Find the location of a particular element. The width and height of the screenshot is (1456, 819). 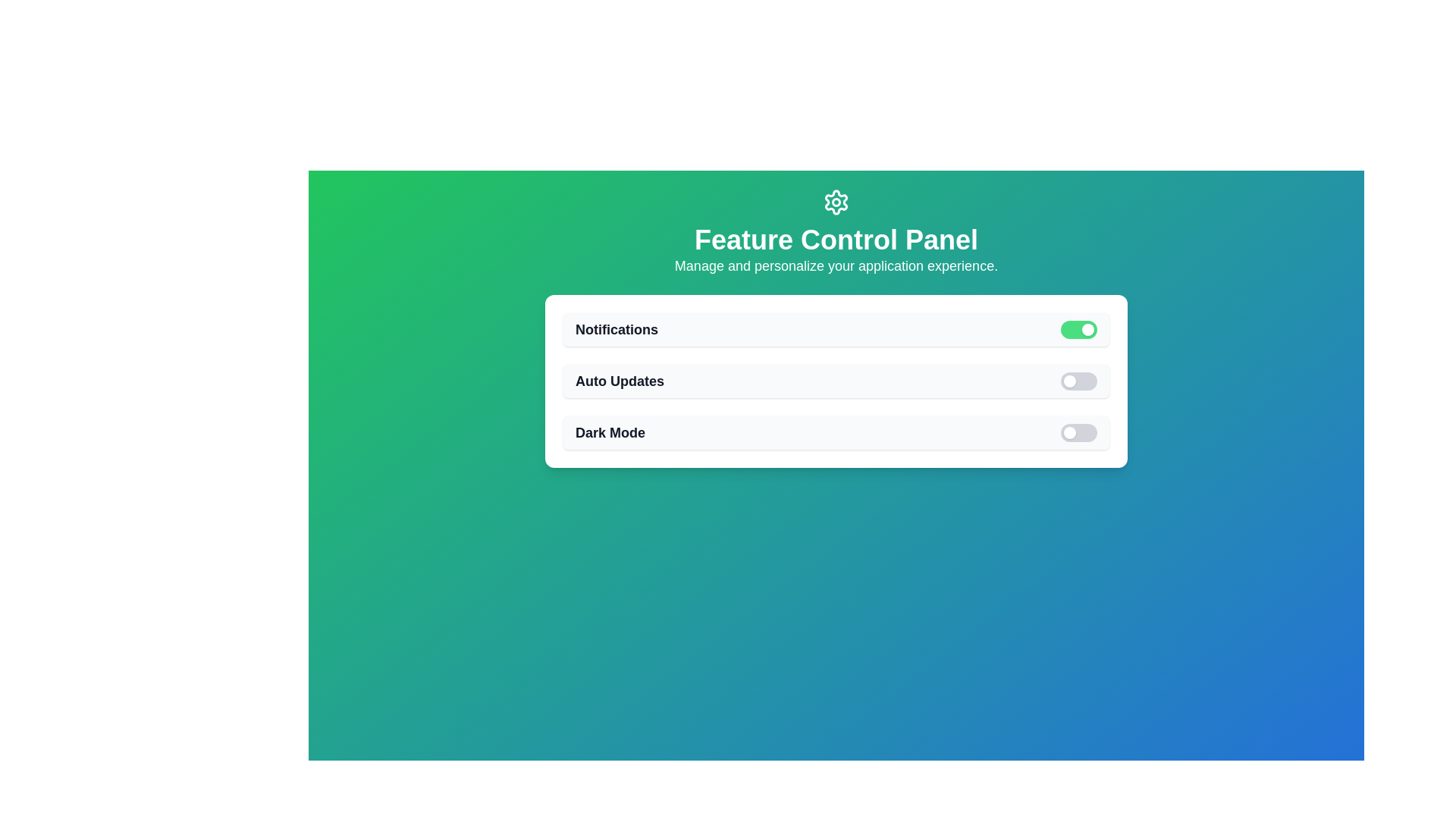

the toggle switch for 'Auto Updates' feature in the Feature Control Panel to focus on it is located at coordinates (836, 380).